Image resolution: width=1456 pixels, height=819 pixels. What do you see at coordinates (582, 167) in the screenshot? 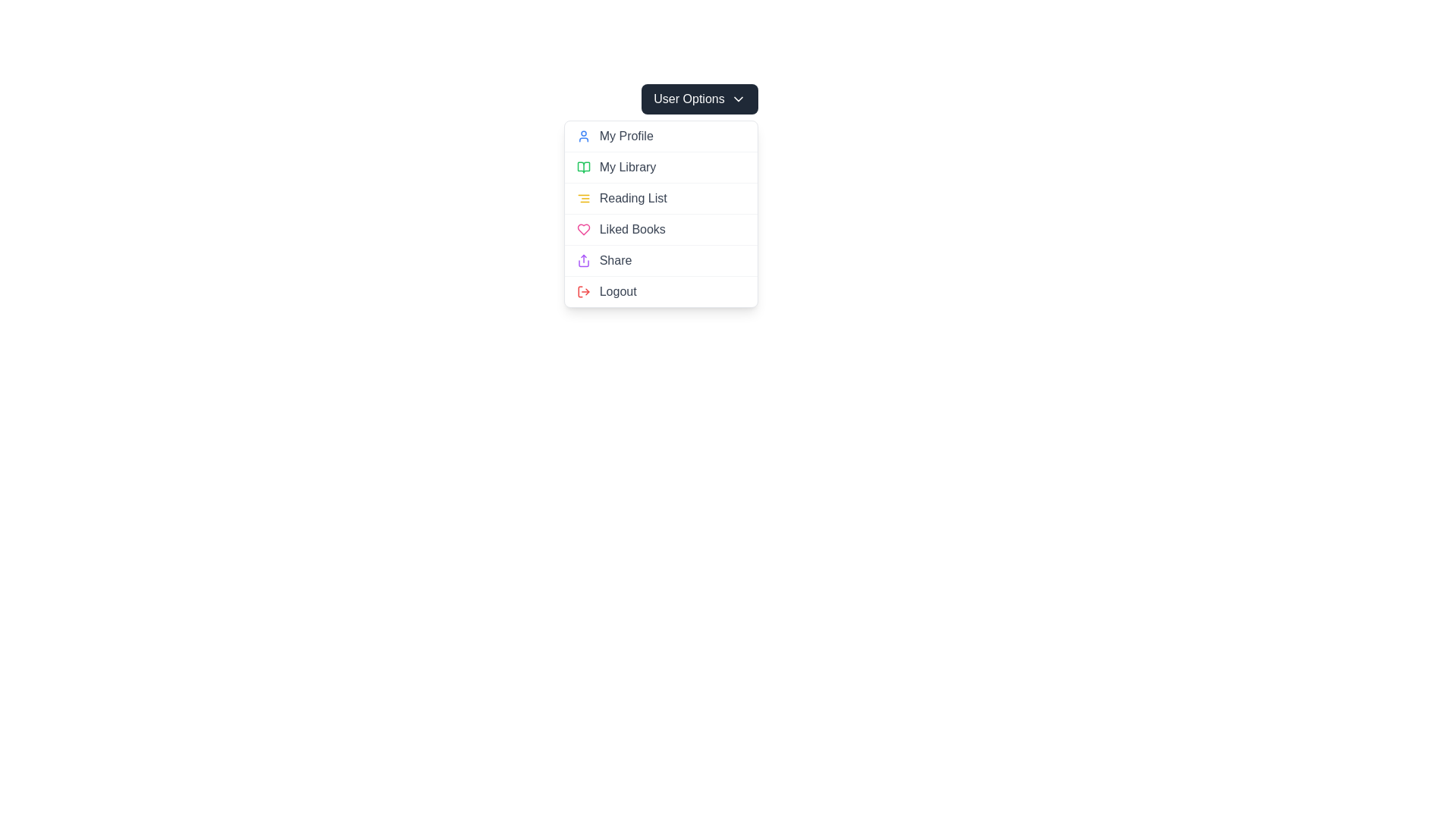
I see `the small open book icon with a green outline that is part of the 'My Library' list entry, located near the top left of the dropdown menu under 'User Options'` at bounding box center [582, 167].